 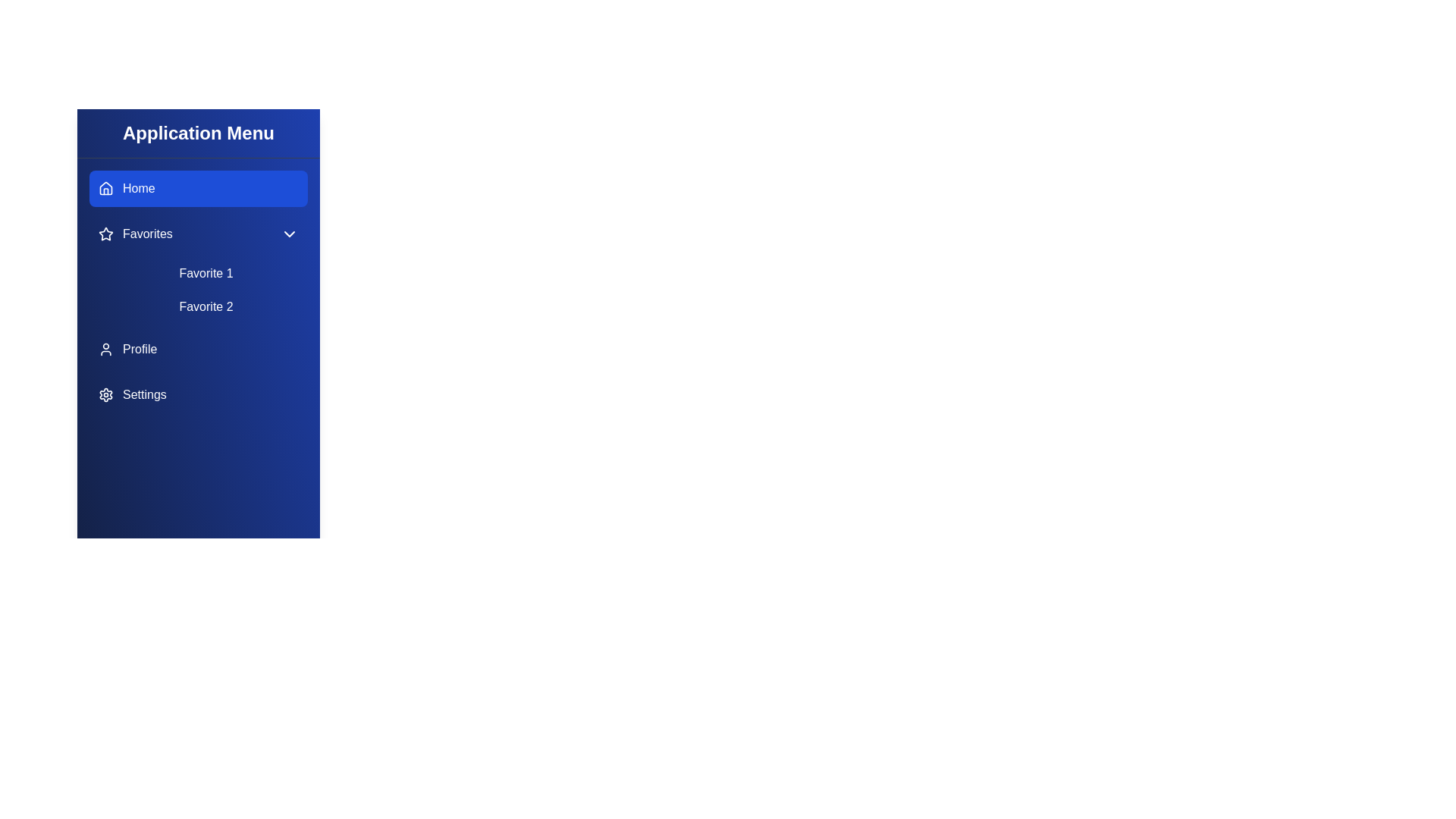 I want to click on the Chevron Down icon located to the far right of the 'Favorites' label in the navigation menu to activate it, so click(x=290, y=234).